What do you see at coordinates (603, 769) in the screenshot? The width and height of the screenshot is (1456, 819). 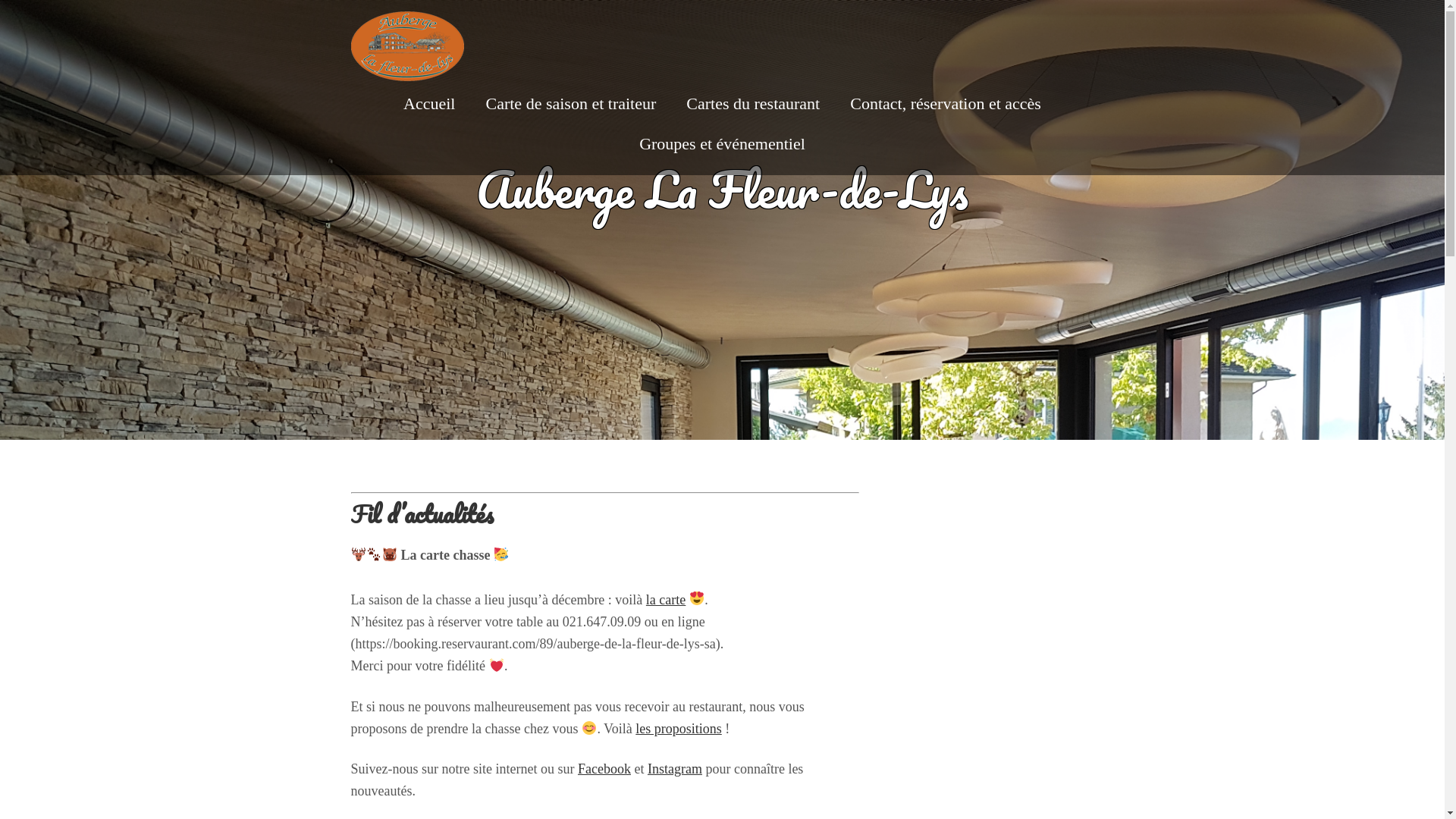 I see `'Facebook'` at bounding box center [603, 769].